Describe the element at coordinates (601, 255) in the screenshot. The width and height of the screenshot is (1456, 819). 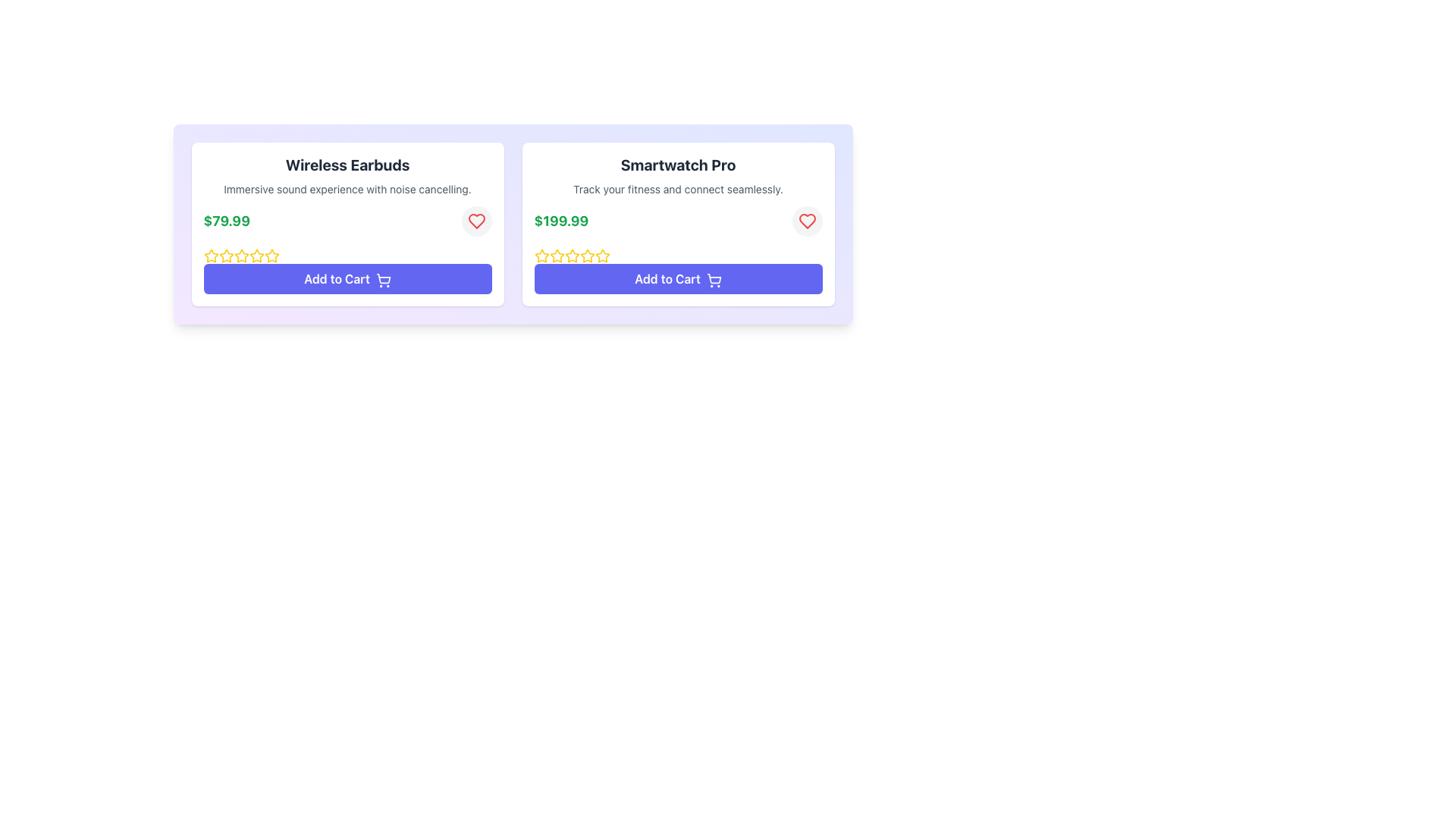
I see `the yellow star icon indicating the rating level, located beneath the price '$199.99' in the second product card and is the fourth star in a row of five stars` at that location.